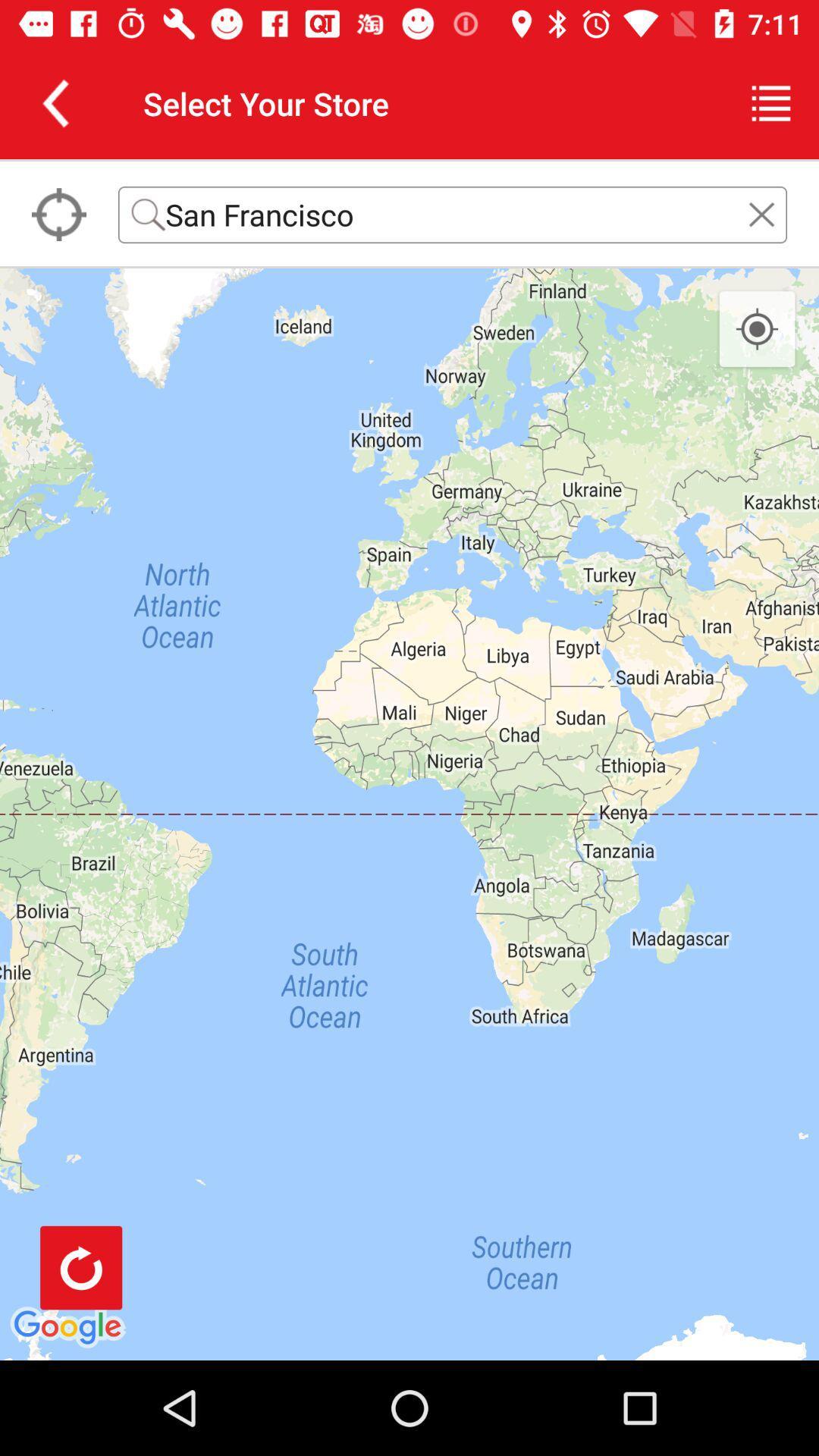 The height and width of the screenshot is (1456, 819). What do you see at coordinates (452, 214) in the screenshot?
I see `the san francisco` at bounding box center [452, 214].